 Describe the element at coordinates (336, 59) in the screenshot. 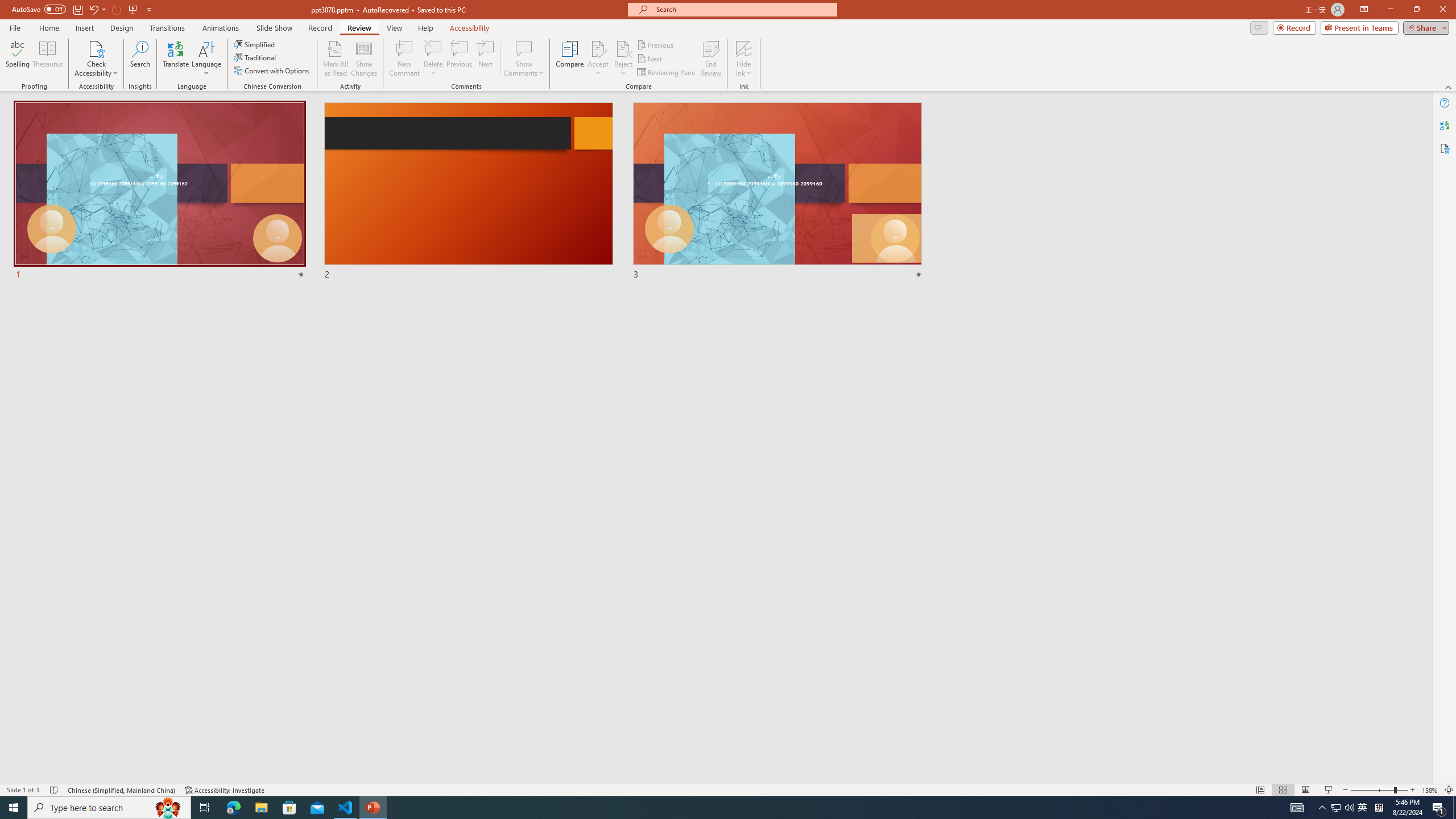

I see `'Mark All as Read'` at that location.